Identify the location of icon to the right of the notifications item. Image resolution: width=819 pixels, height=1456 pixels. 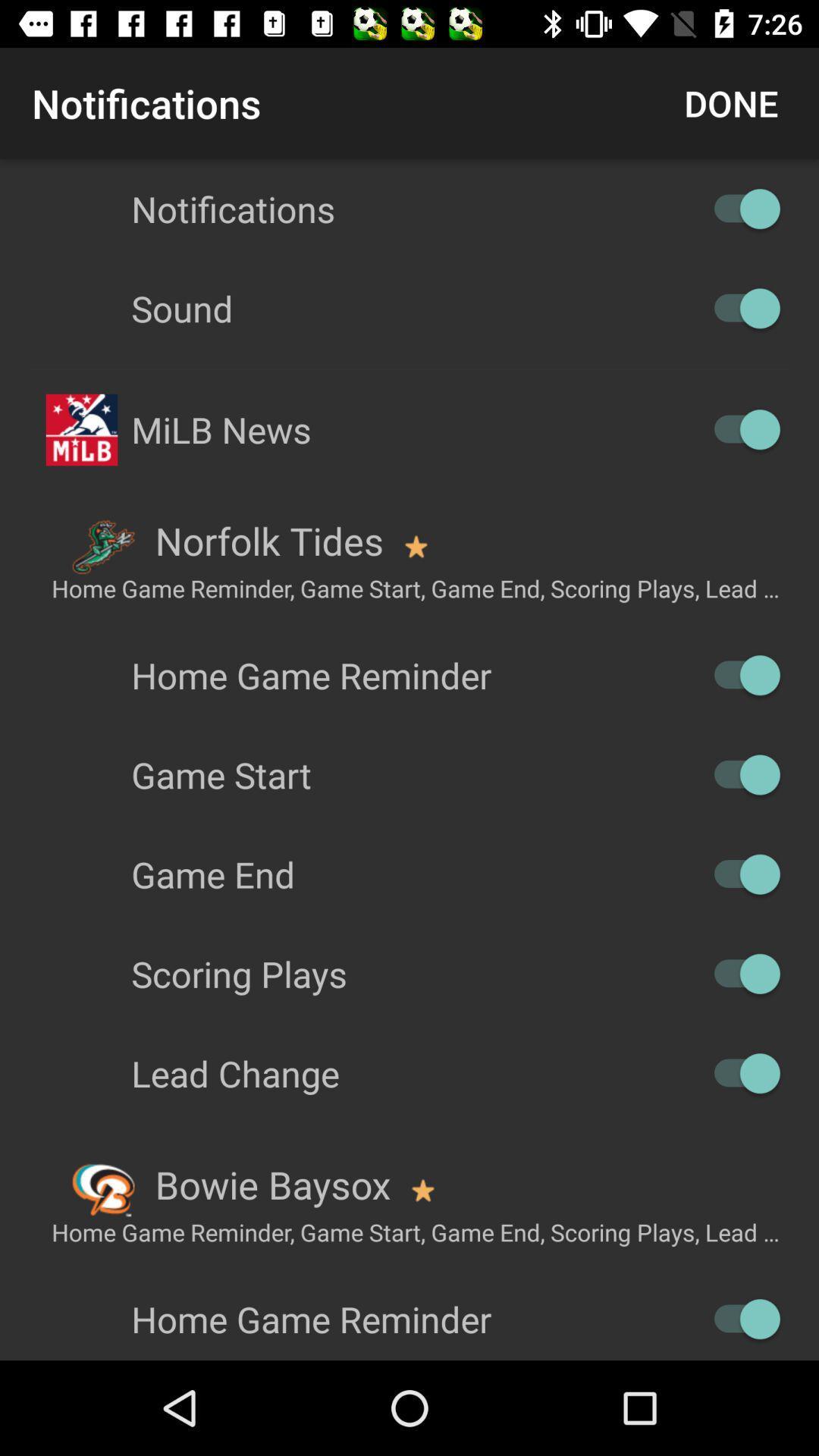
(730, 102).